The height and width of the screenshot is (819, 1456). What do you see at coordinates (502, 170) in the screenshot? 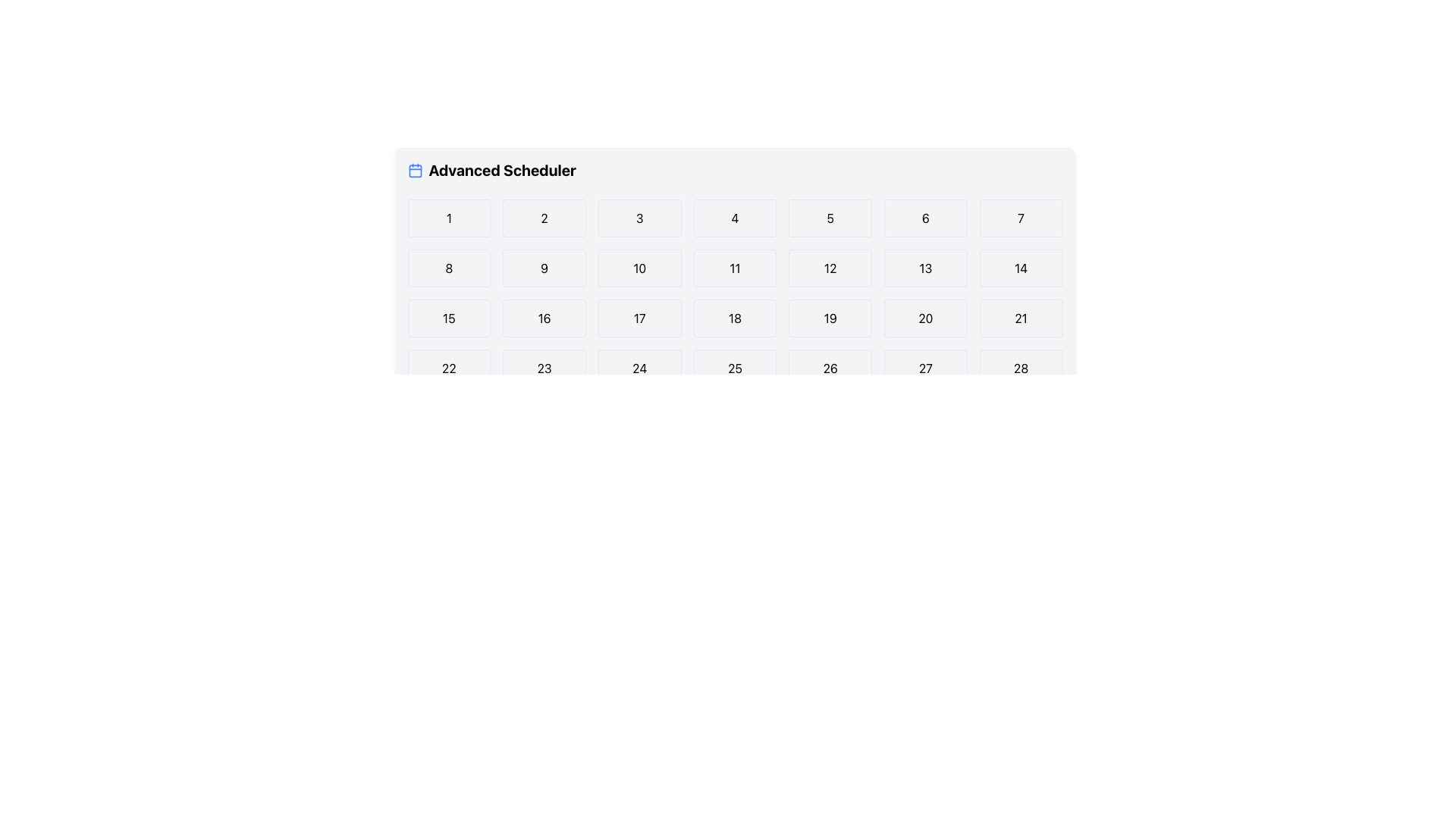
I see `the 'Advanced Scheduler' text label, which is bold and black in a large font, located near the top of the calendar interface, to the right of the calendar icon` at bounding box center [502, 170].